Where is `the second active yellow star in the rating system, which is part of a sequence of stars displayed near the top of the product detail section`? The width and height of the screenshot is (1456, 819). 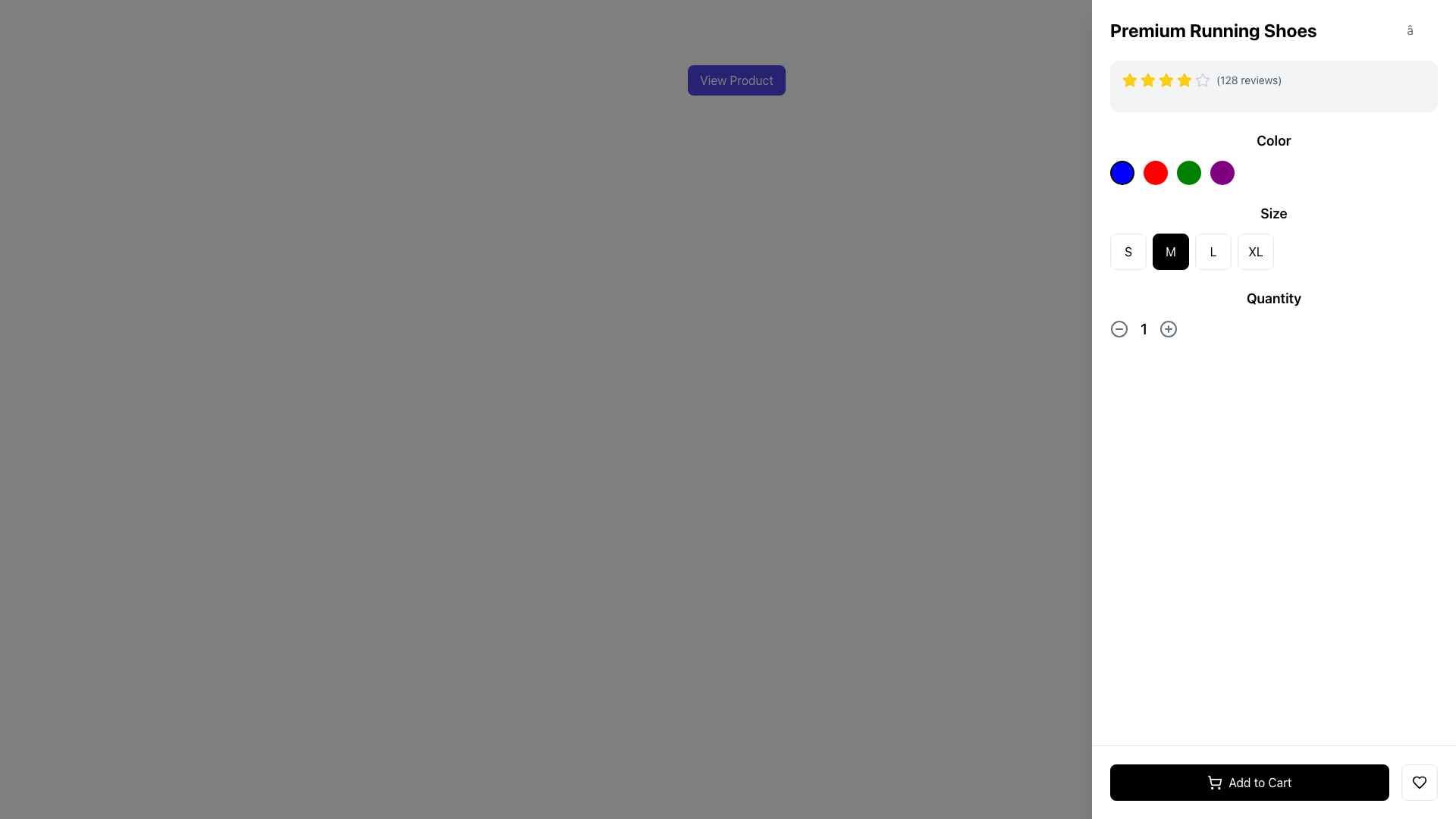 the second active yellow star in the rating system, which is part of a sequence of stars displayed near the top of the product detail section is located at coordinates (1147, 80).